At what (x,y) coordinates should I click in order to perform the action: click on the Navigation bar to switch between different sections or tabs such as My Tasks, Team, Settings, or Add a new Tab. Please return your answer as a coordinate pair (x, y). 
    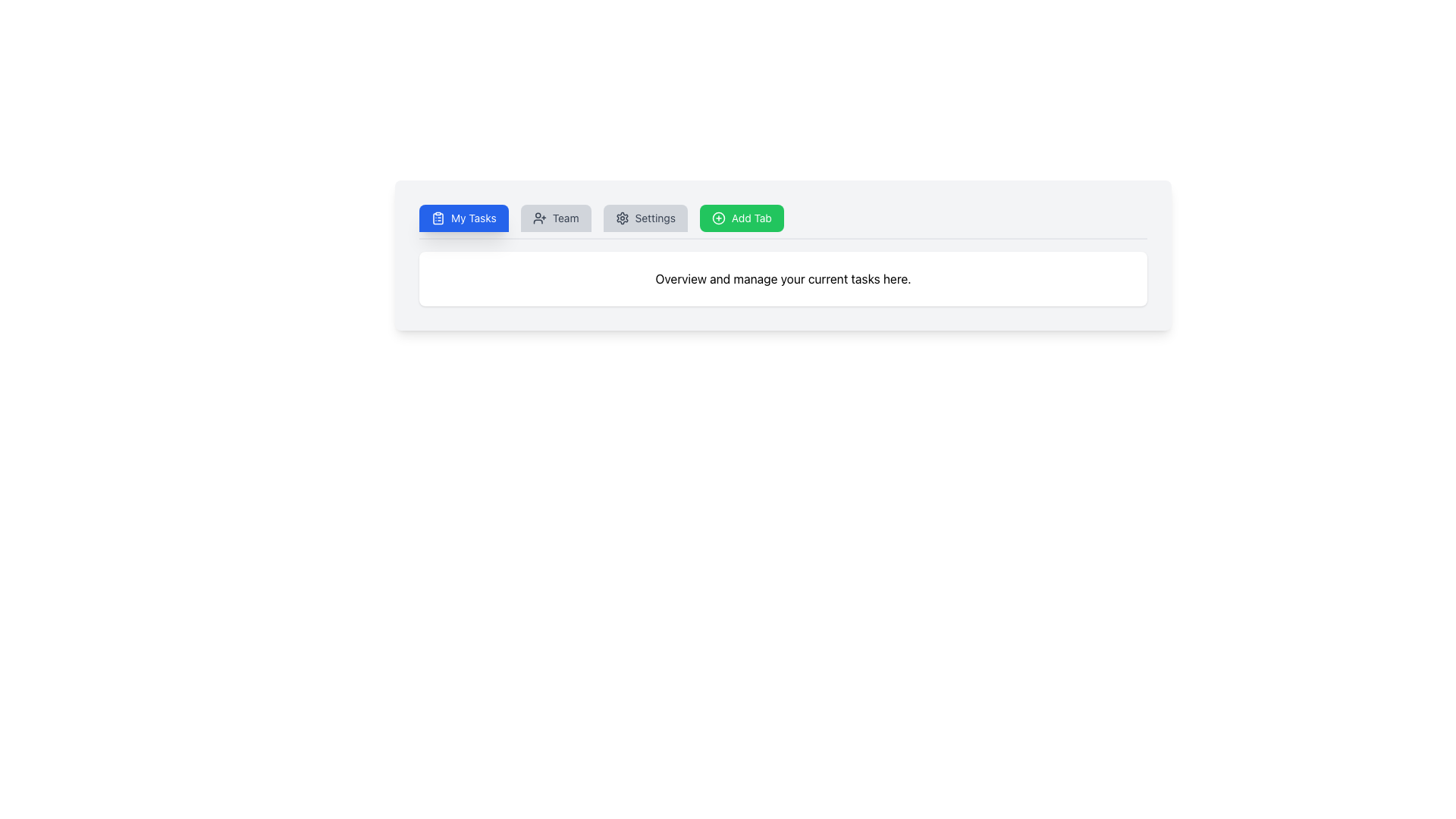
    Looking at the image, I should click on (783, 222).